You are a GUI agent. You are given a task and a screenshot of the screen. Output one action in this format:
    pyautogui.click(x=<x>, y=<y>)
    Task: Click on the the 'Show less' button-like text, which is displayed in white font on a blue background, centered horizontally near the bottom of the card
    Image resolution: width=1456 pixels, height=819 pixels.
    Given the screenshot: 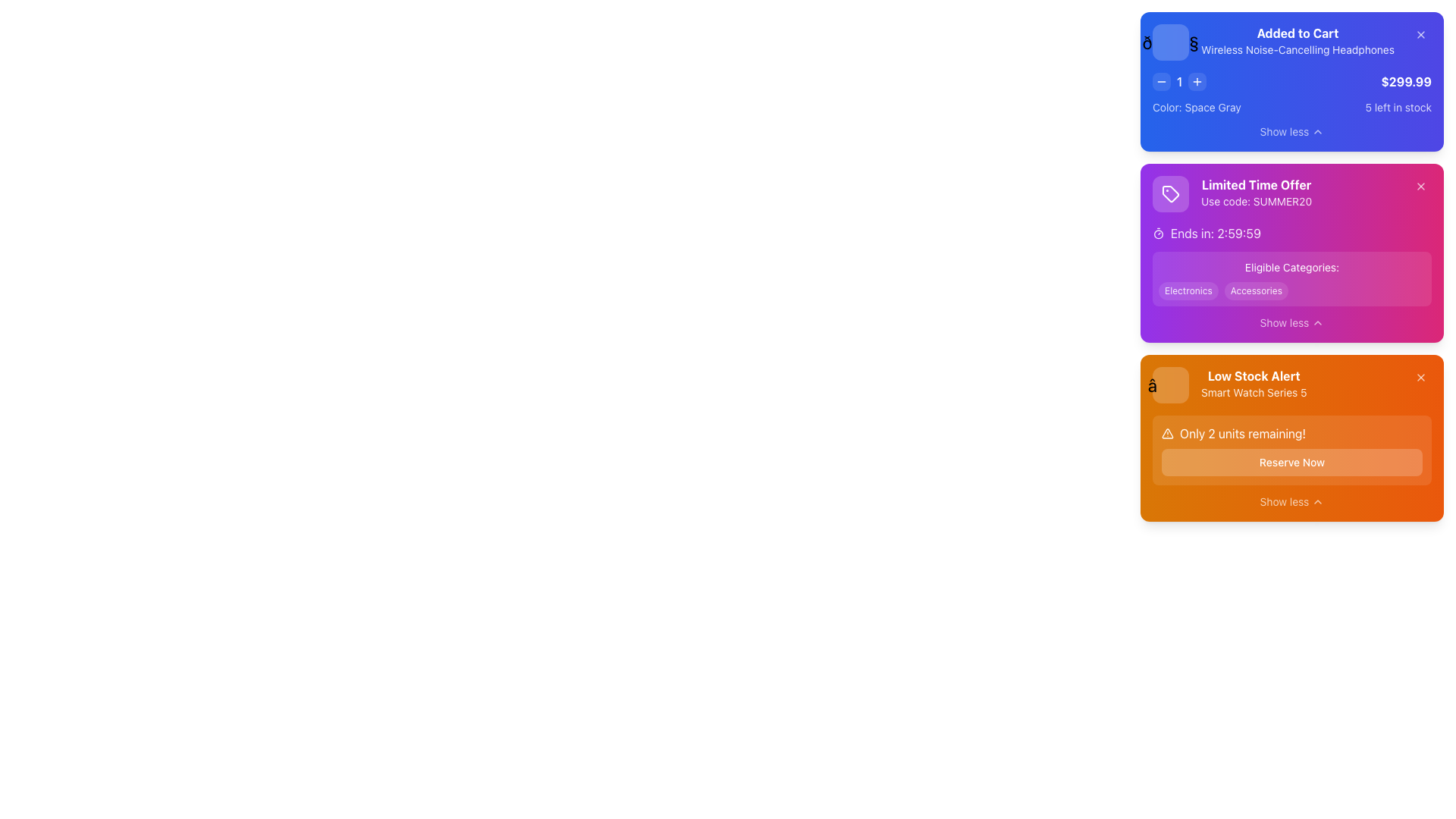 What is the action you would take?
    pyautogui.click(x=1284, y=130)
    